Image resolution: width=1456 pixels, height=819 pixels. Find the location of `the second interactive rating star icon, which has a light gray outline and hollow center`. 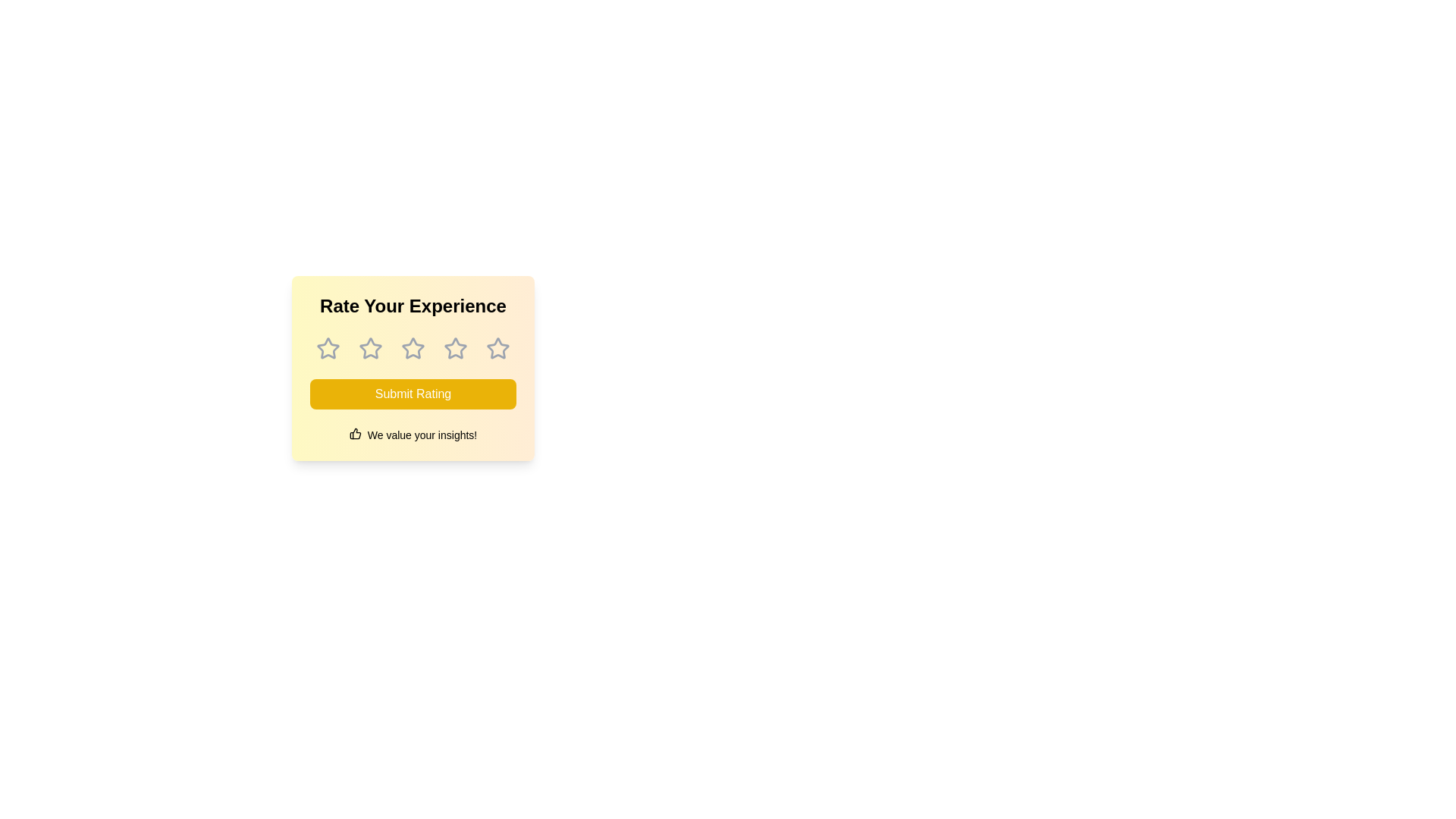

the second interactive rating star icon, which has a light gray outline and hollow center is located at coordinates (371, 348).